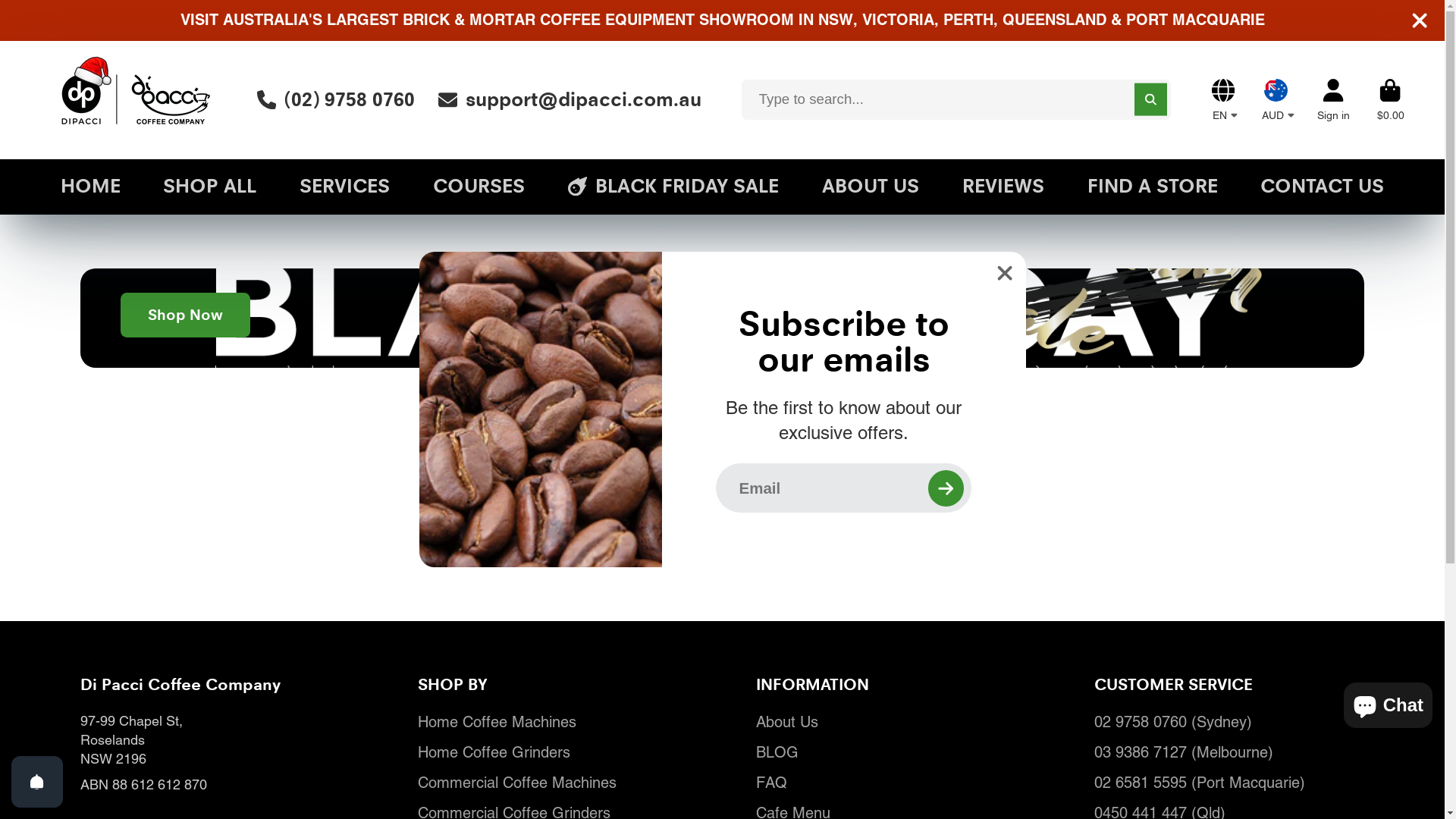 This screenshot has width=1456, height=819. I want to click on '02 9758 0760 (Sydney)', so click(1229, 721).